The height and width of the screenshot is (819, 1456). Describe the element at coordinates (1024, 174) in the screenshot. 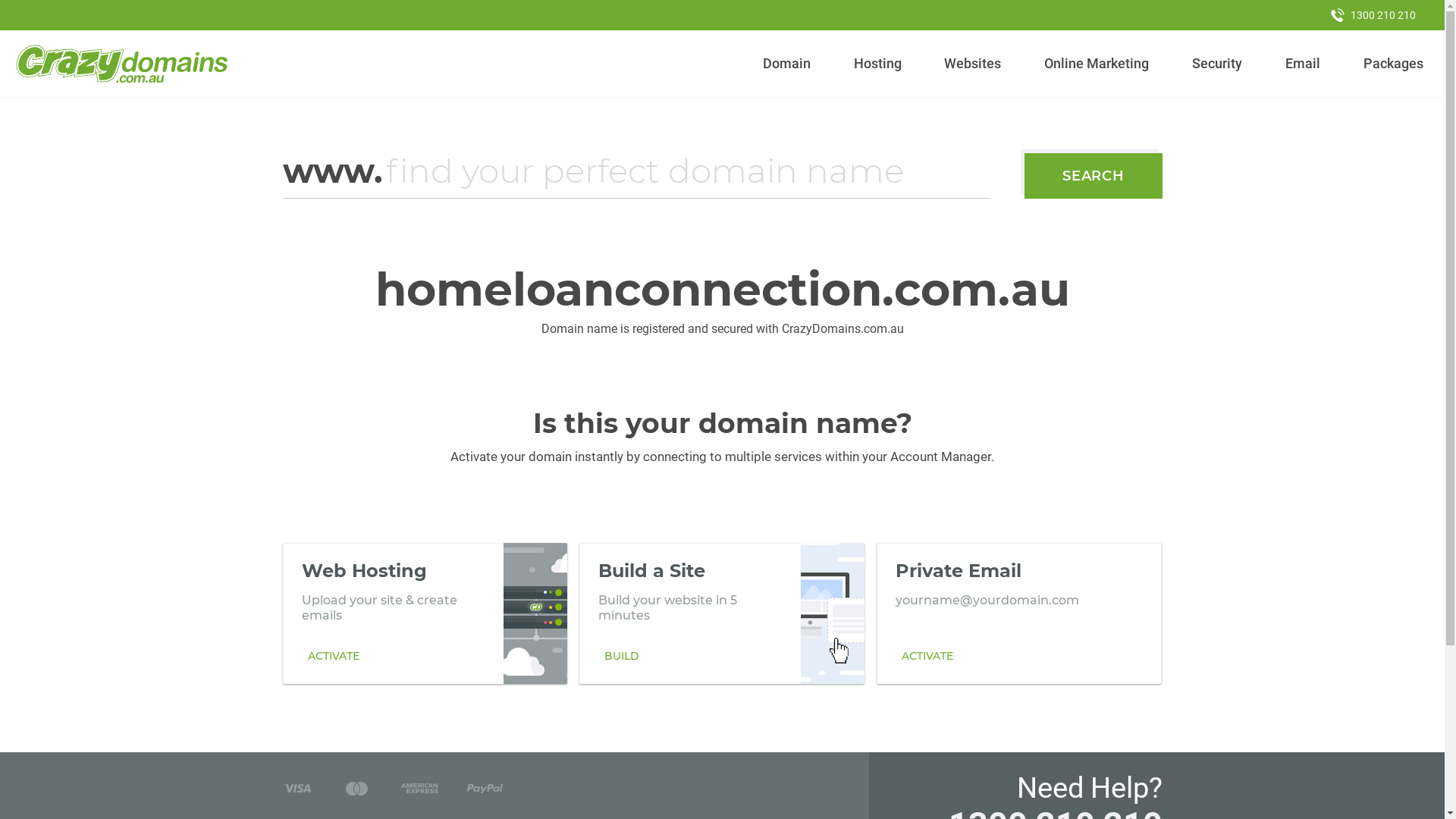

I see `'SEARCH'` at that location.